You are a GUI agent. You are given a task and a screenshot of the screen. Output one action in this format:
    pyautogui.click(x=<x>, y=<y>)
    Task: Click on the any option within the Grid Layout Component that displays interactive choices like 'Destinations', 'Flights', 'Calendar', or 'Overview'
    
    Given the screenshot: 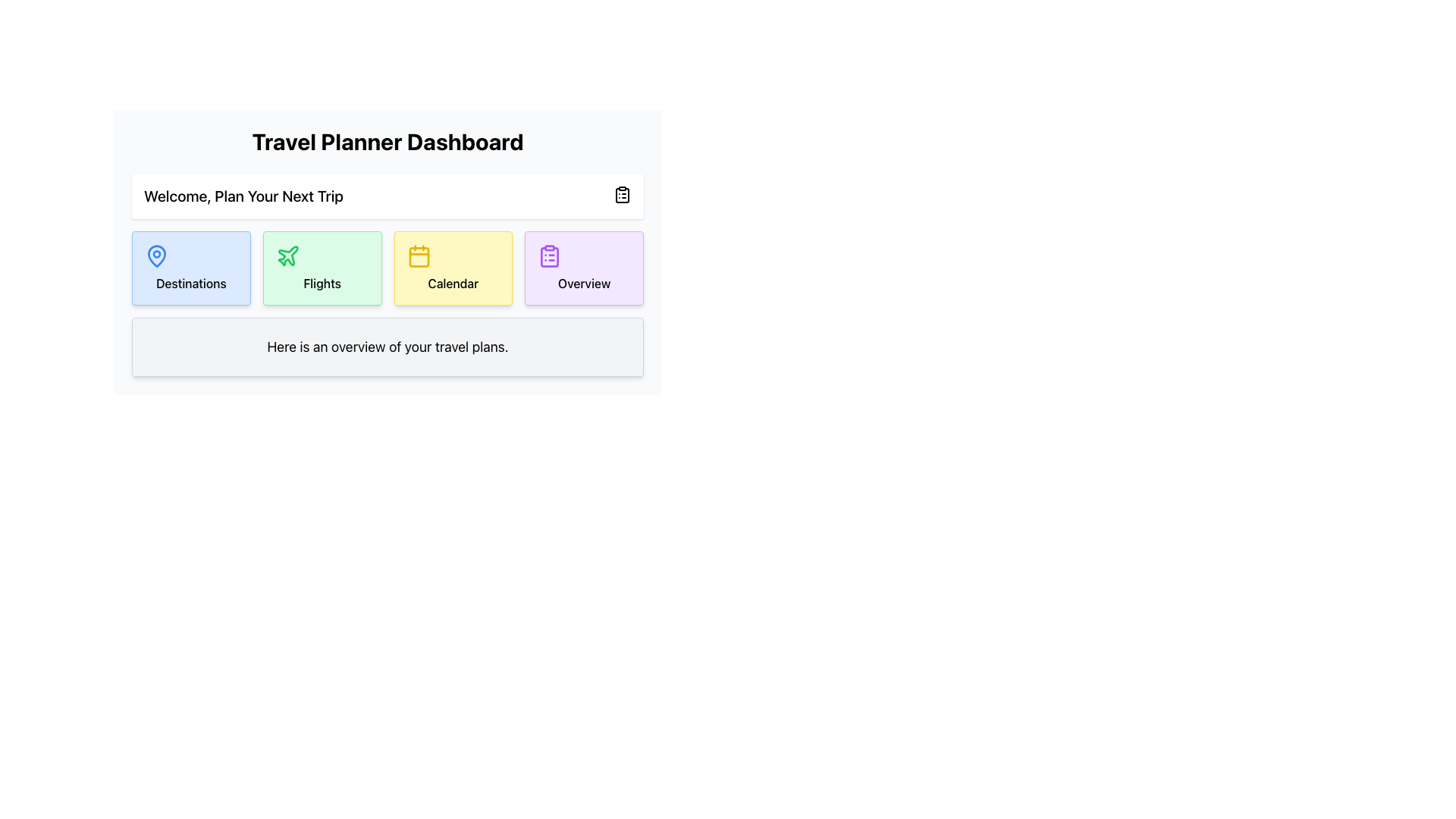 What is the action you would take?
    pyautogui.click(x=388, y=275)
    